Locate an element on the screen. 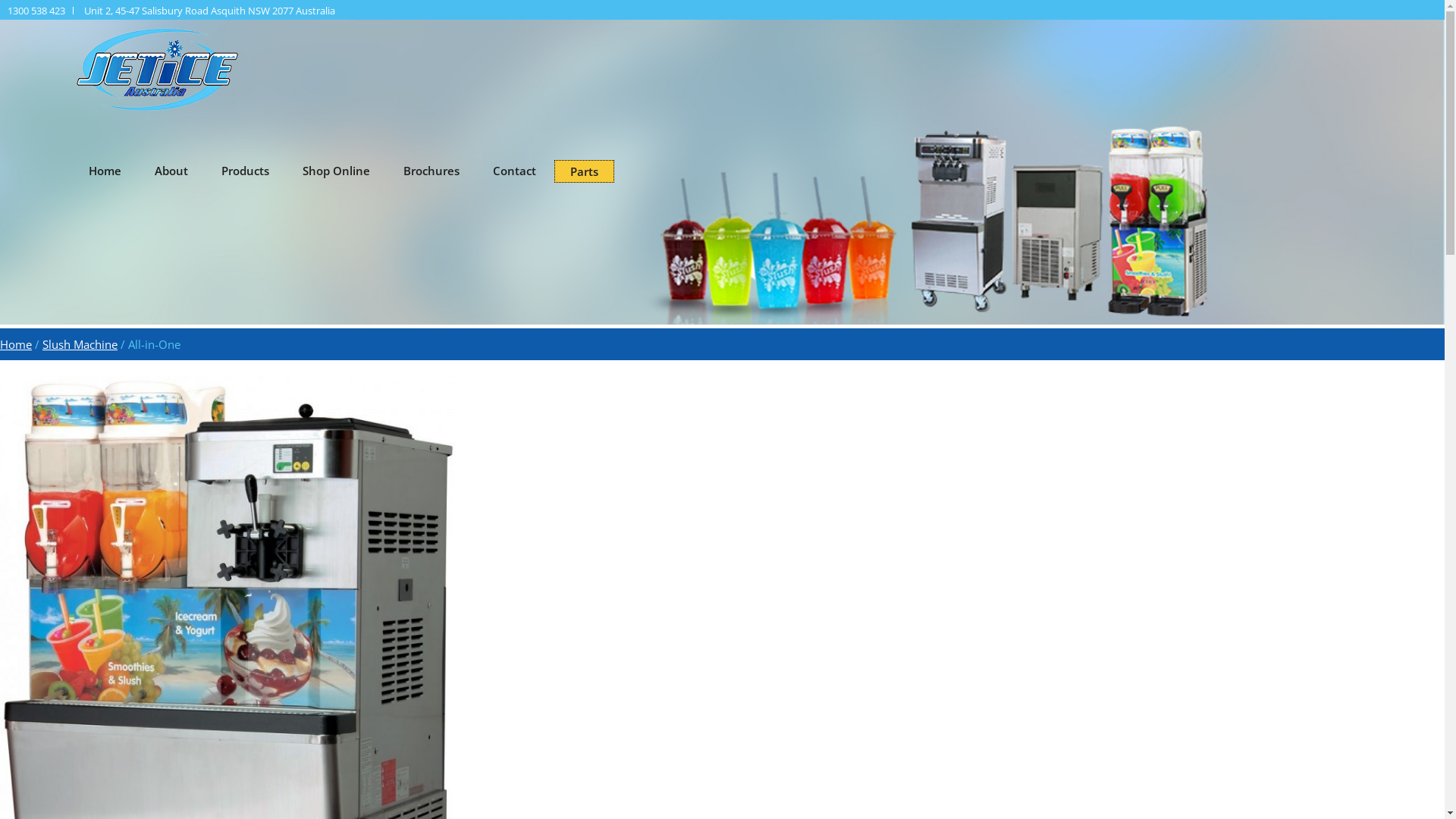  '1300 538 423' is located at coordinates (7, 11).